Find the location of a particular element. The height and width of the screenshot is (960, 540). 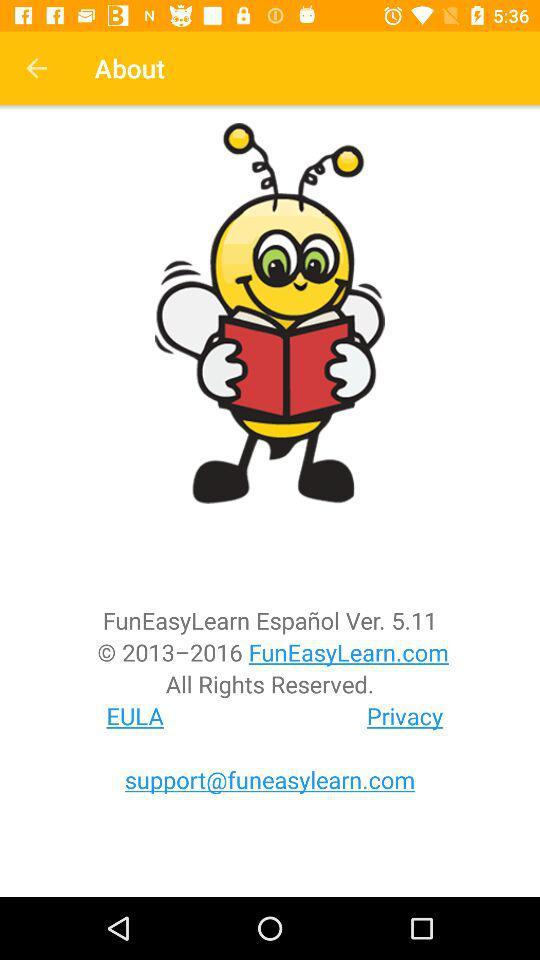

the item below the all rights reserved. item is located at coordinates (405, 716).